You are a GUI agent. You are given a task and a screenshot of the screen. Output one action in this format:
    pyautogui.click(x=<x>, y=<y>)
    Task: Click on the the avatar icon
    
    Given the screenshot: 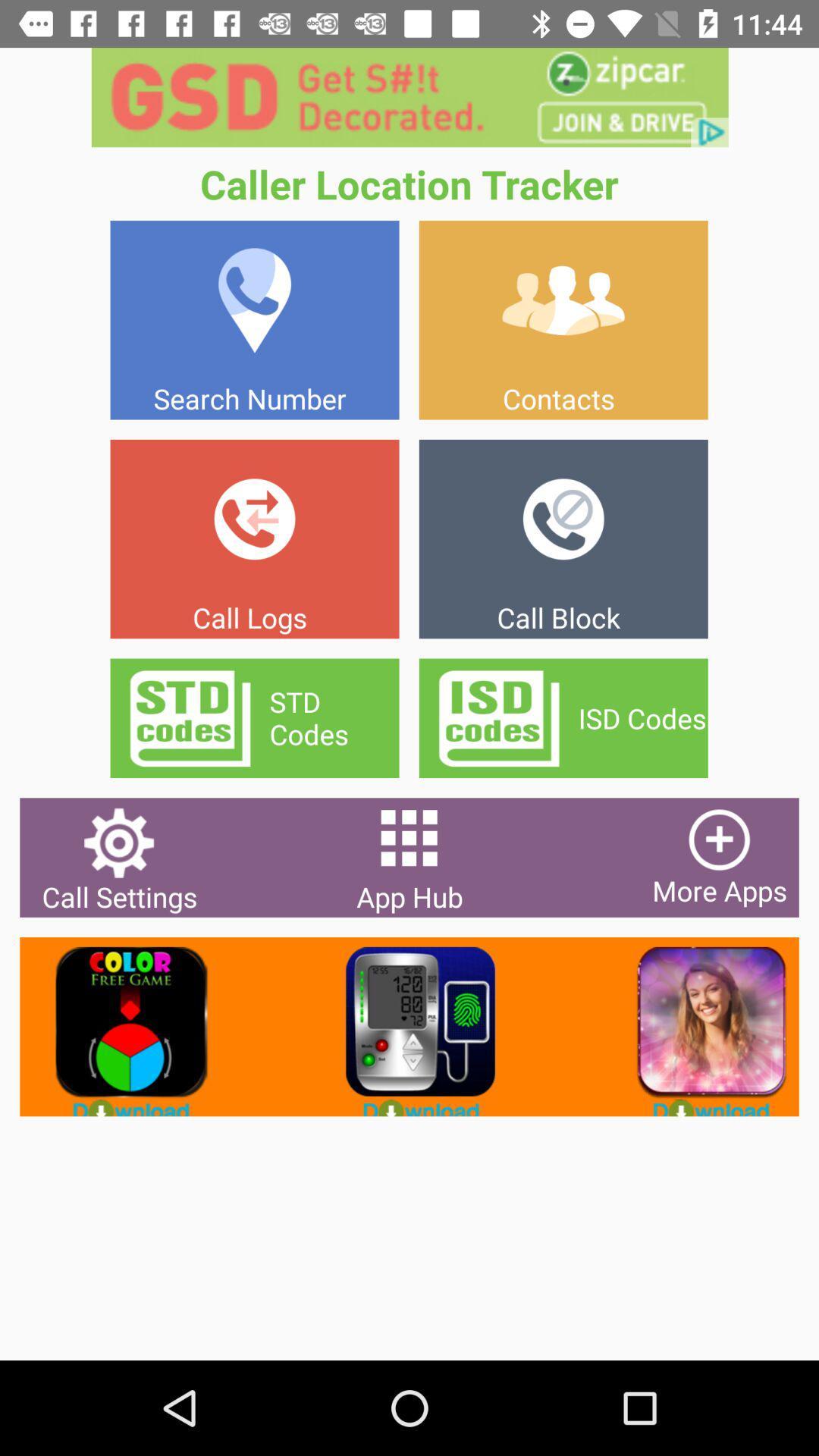 What is the action you would take?
    pyautogui.click(x=409, y=1027)
    